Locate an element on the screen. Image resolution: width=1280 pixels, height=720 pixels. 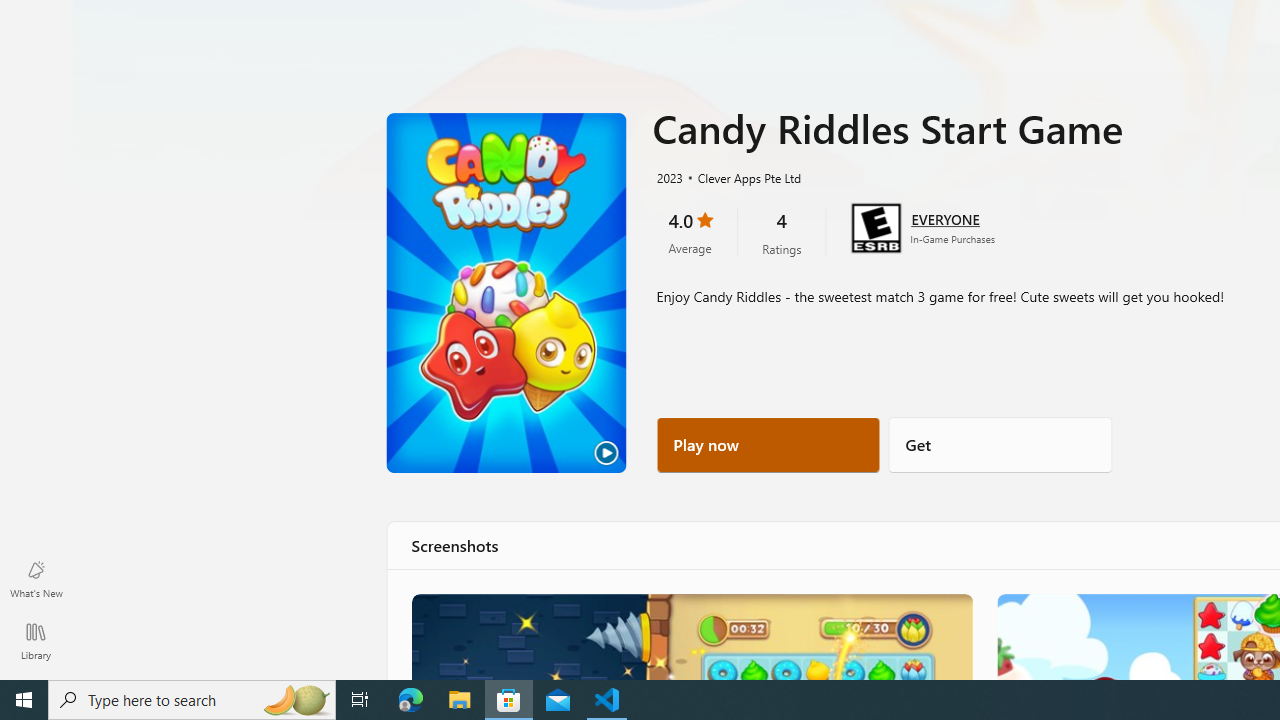
'4.0 stars. Click to skip to ratings and reviews' is located at coordinates (689, 231).